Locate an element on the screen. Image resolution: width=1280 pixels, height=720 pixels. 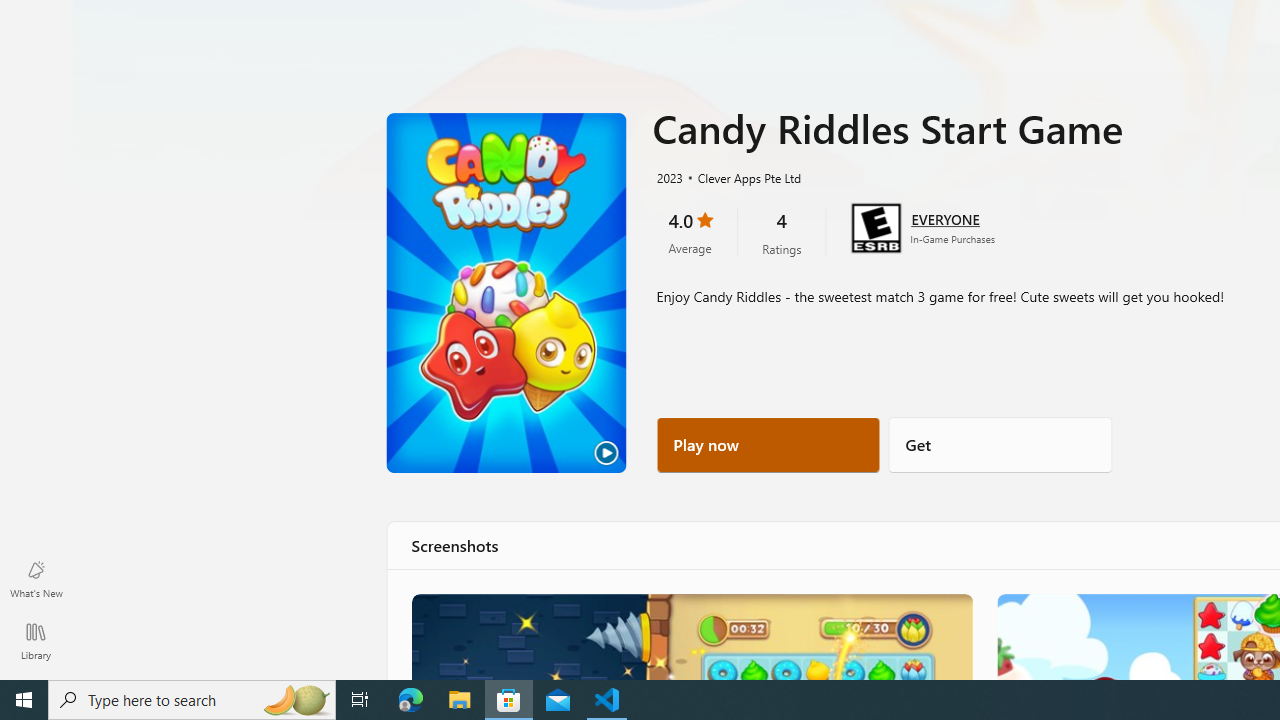
'4.0 stars. Click to skip to ratings and reviews' is located at coordinates (689, 231).